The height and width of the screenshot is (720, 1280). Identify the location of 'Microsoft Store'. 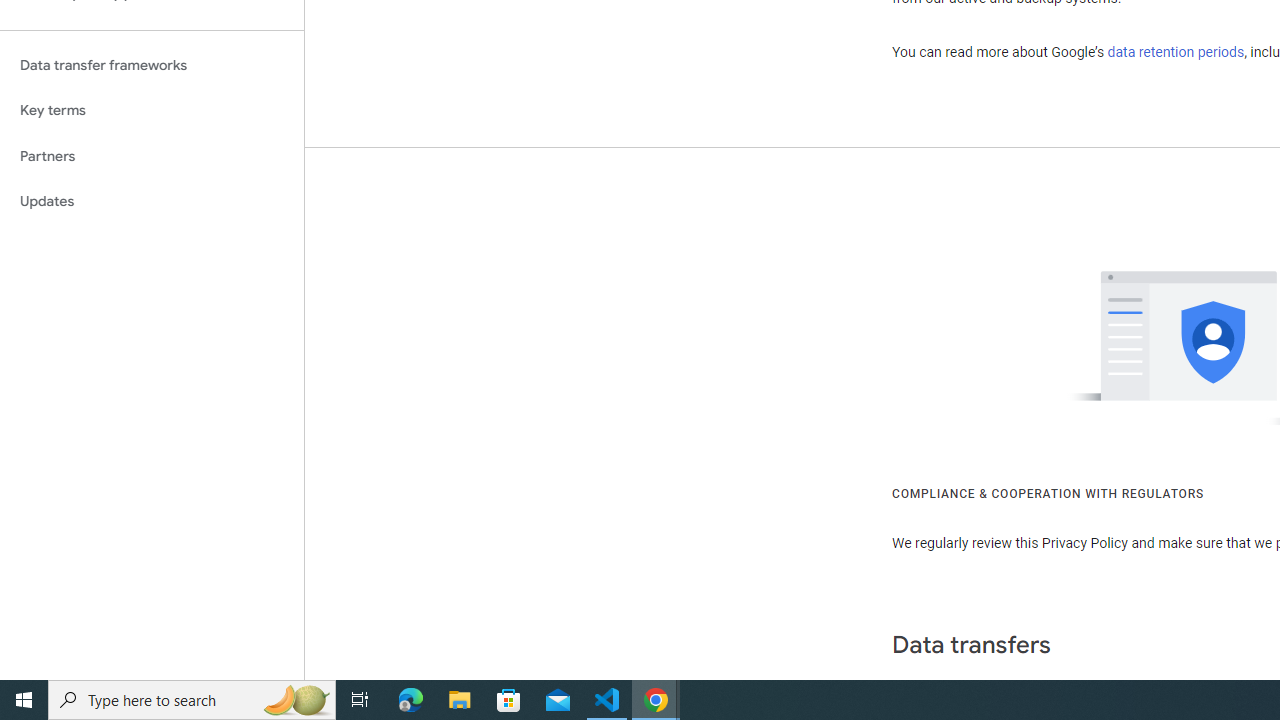
(509, 698).